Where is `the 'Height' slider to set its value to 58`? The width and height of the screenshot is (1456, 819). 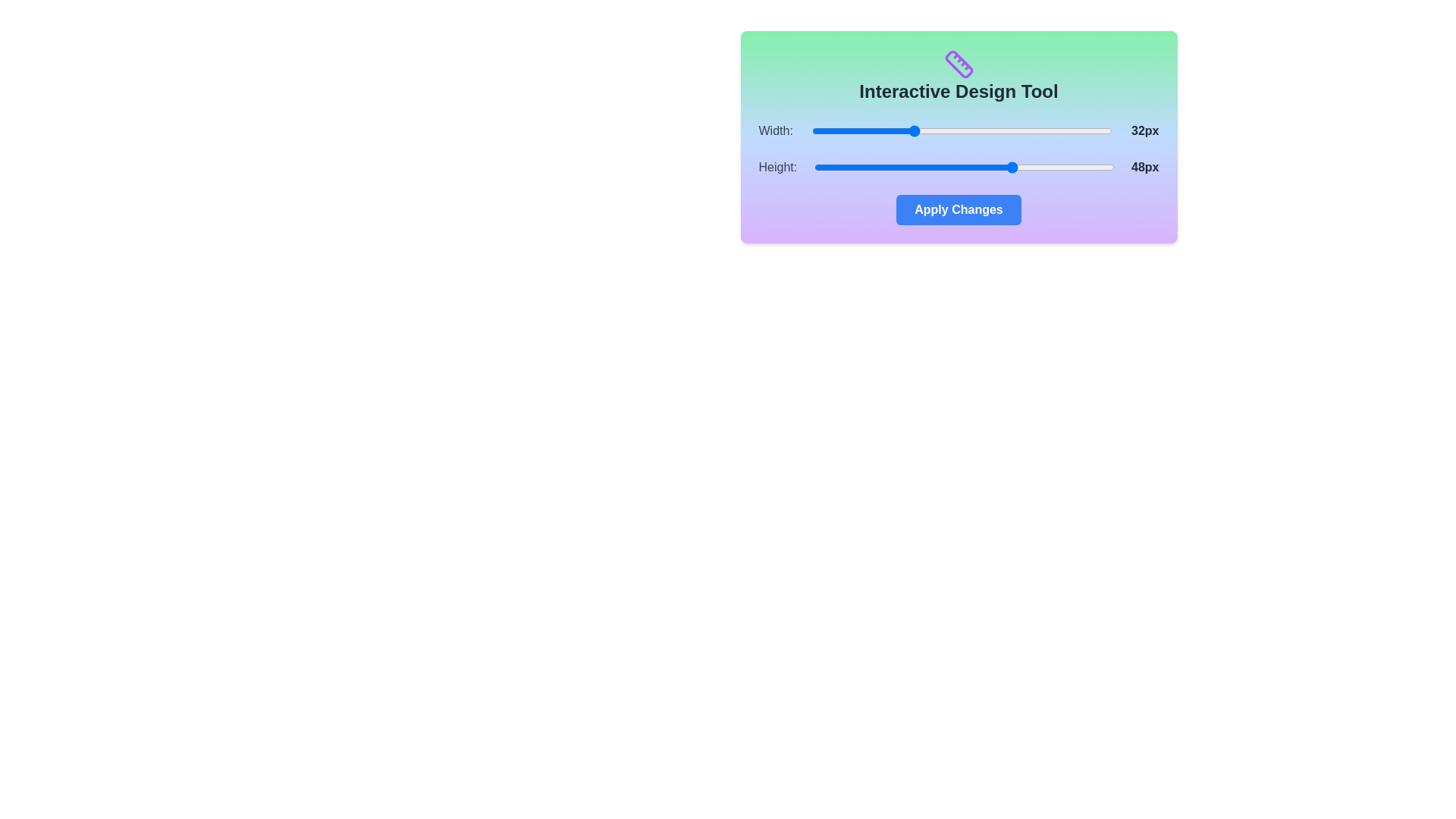 the 'Height' slider to set its value to 58 is located at coordinates (1076, 167).